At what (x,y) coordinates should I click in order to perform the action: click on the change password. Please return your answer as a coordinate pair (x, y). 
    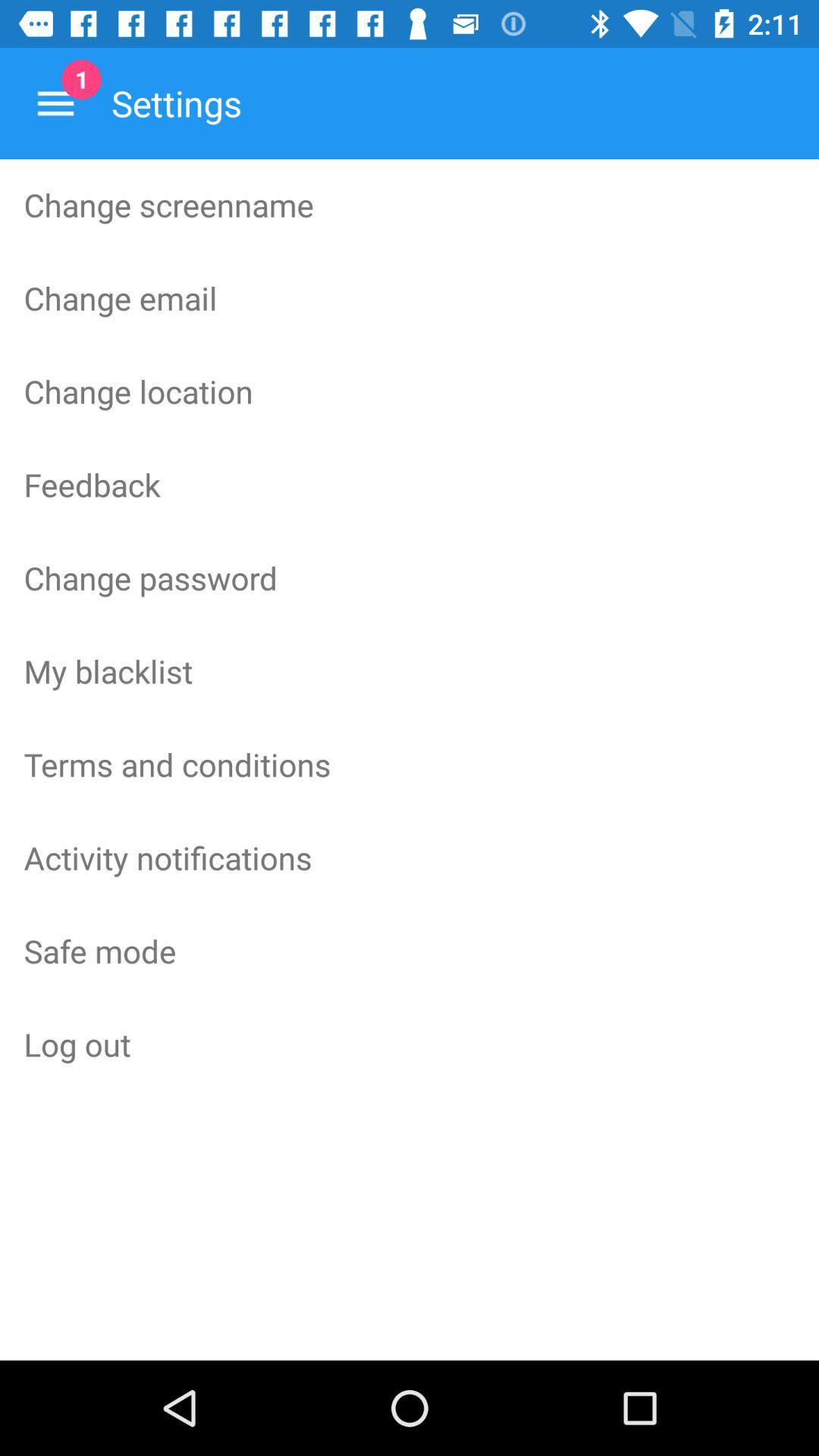
    Looking at the image, I should click on (409, 577).